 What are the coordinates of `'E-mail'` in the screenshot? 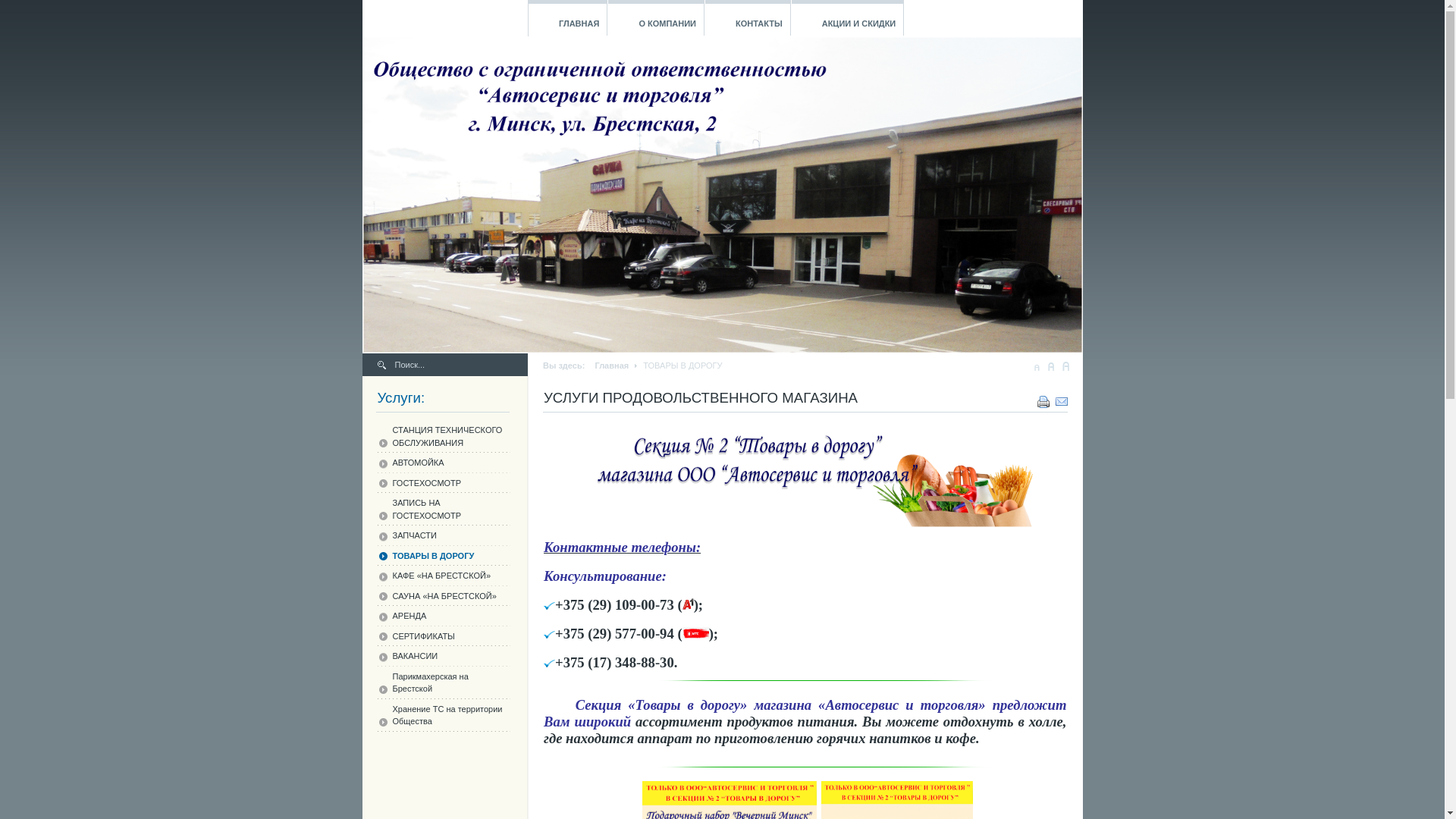 It's located at (1061, 397).